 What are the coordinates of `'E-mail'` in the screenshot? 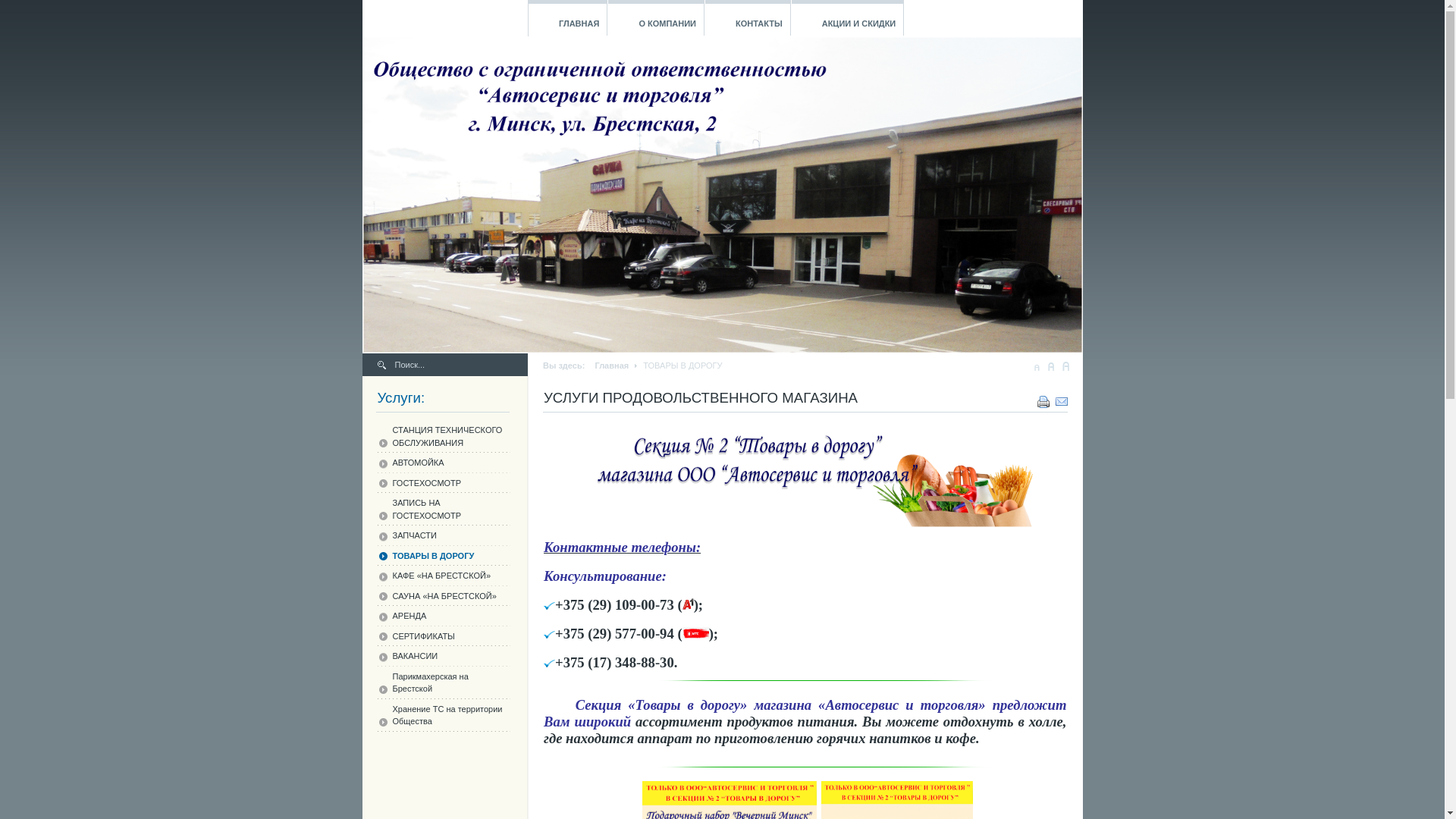 It's located at (1061, 397).